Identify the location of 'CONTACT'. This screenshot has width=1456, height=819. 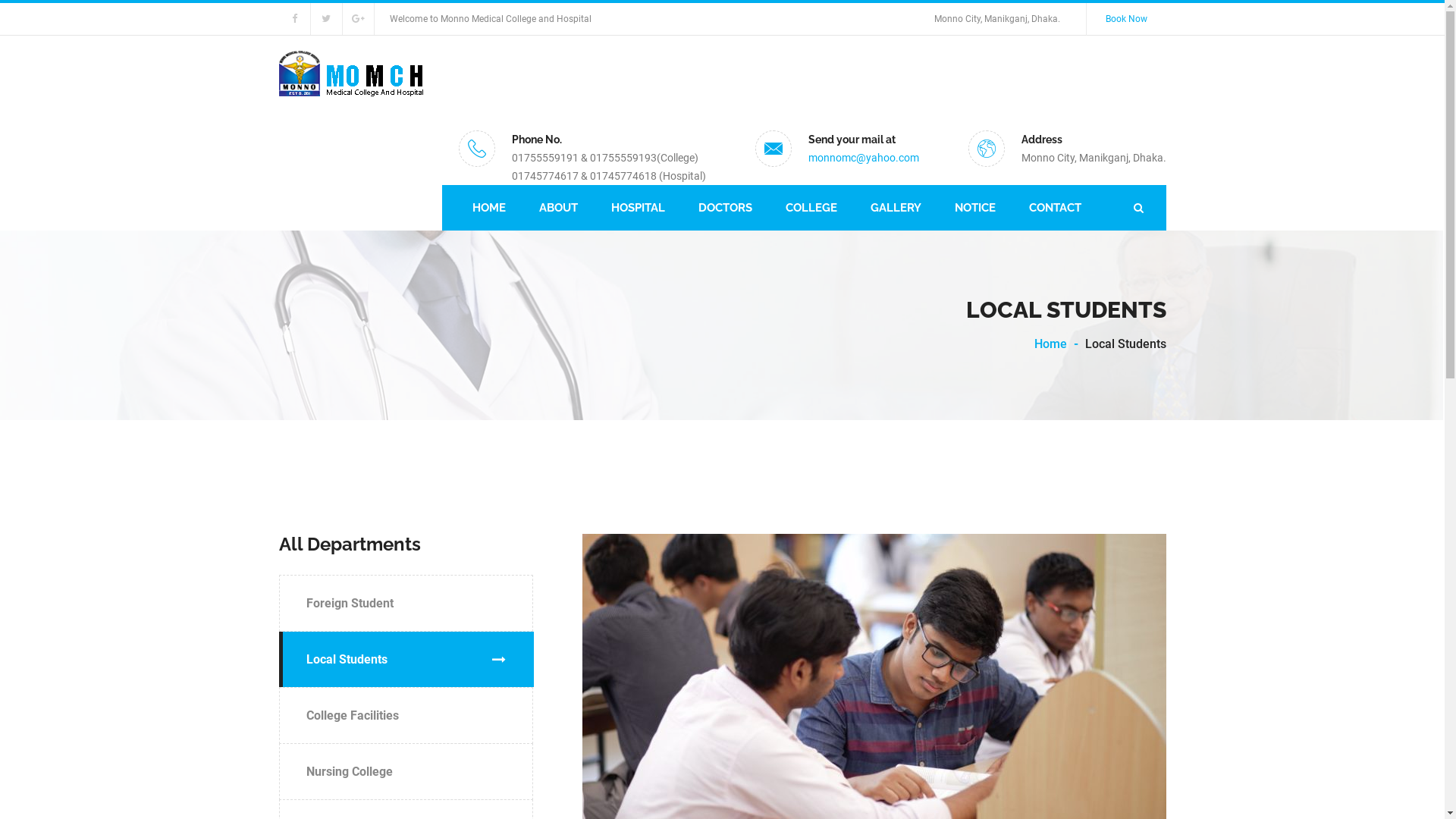
(1053, 207).